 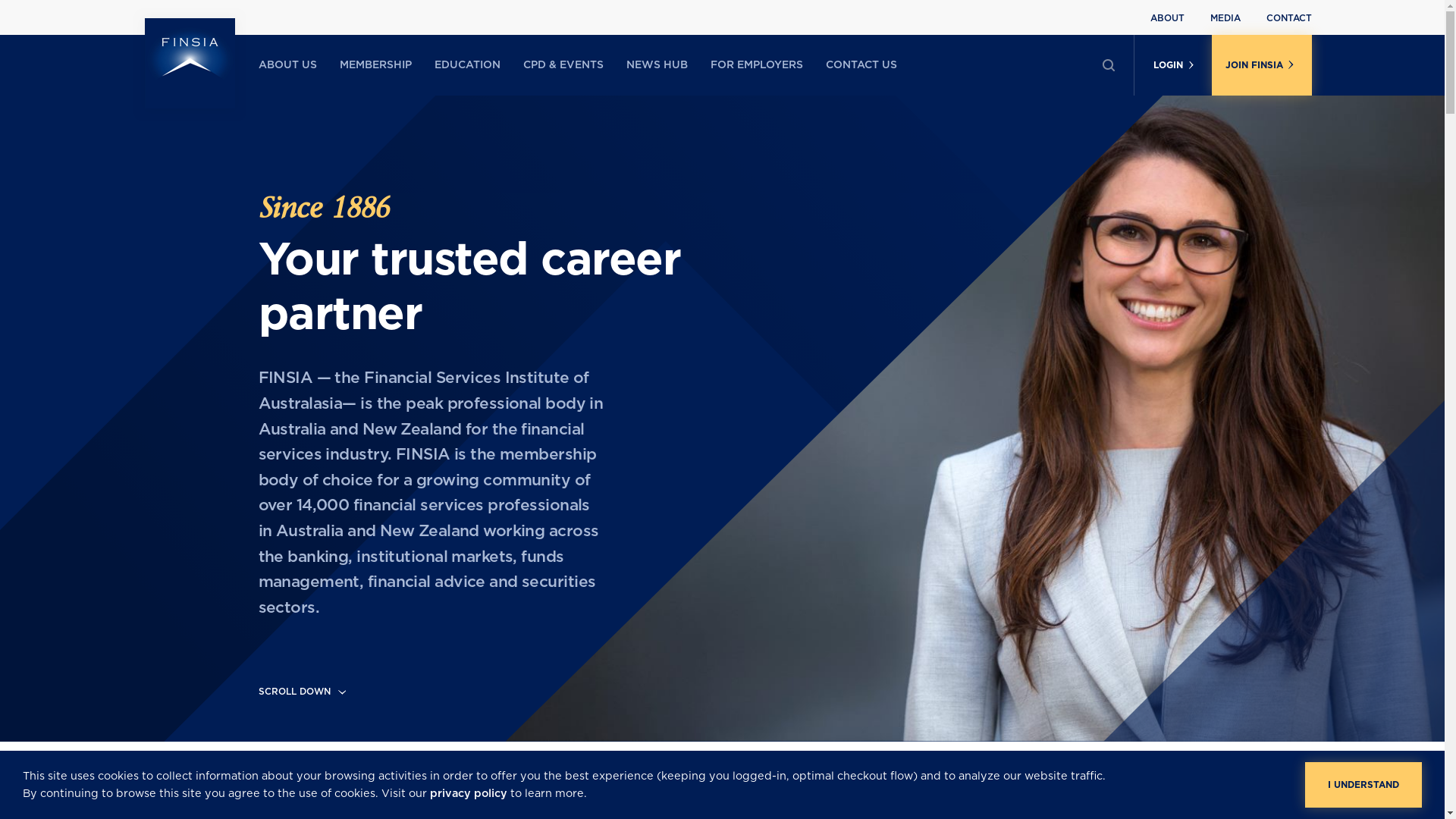 I want to click on 'EDUCATION', so click(x=466, y=64).